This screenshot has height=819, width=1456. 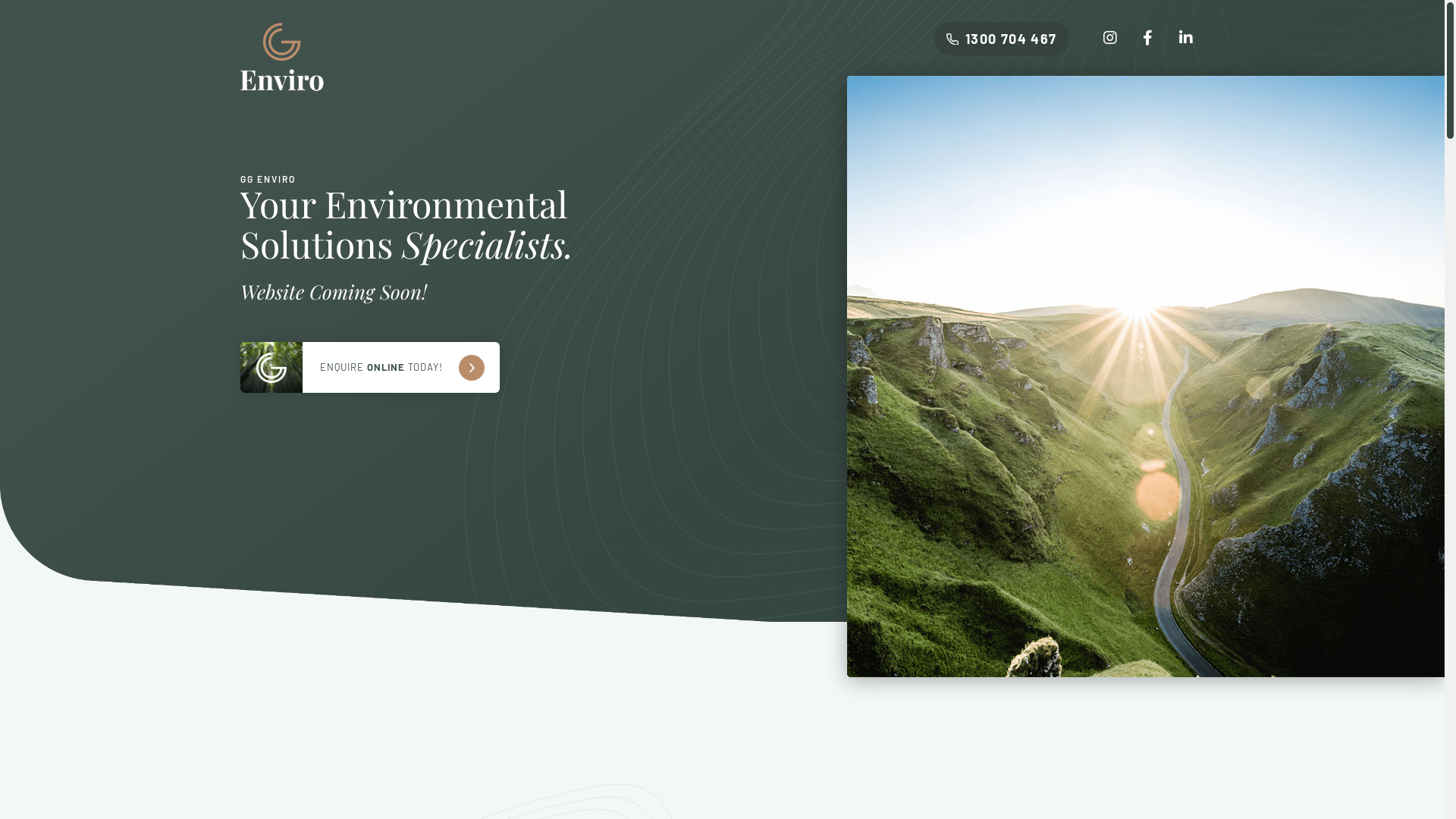 I want to click on 'ENQUIRE ONLINE TODAY!', so click(x=369, y=367).